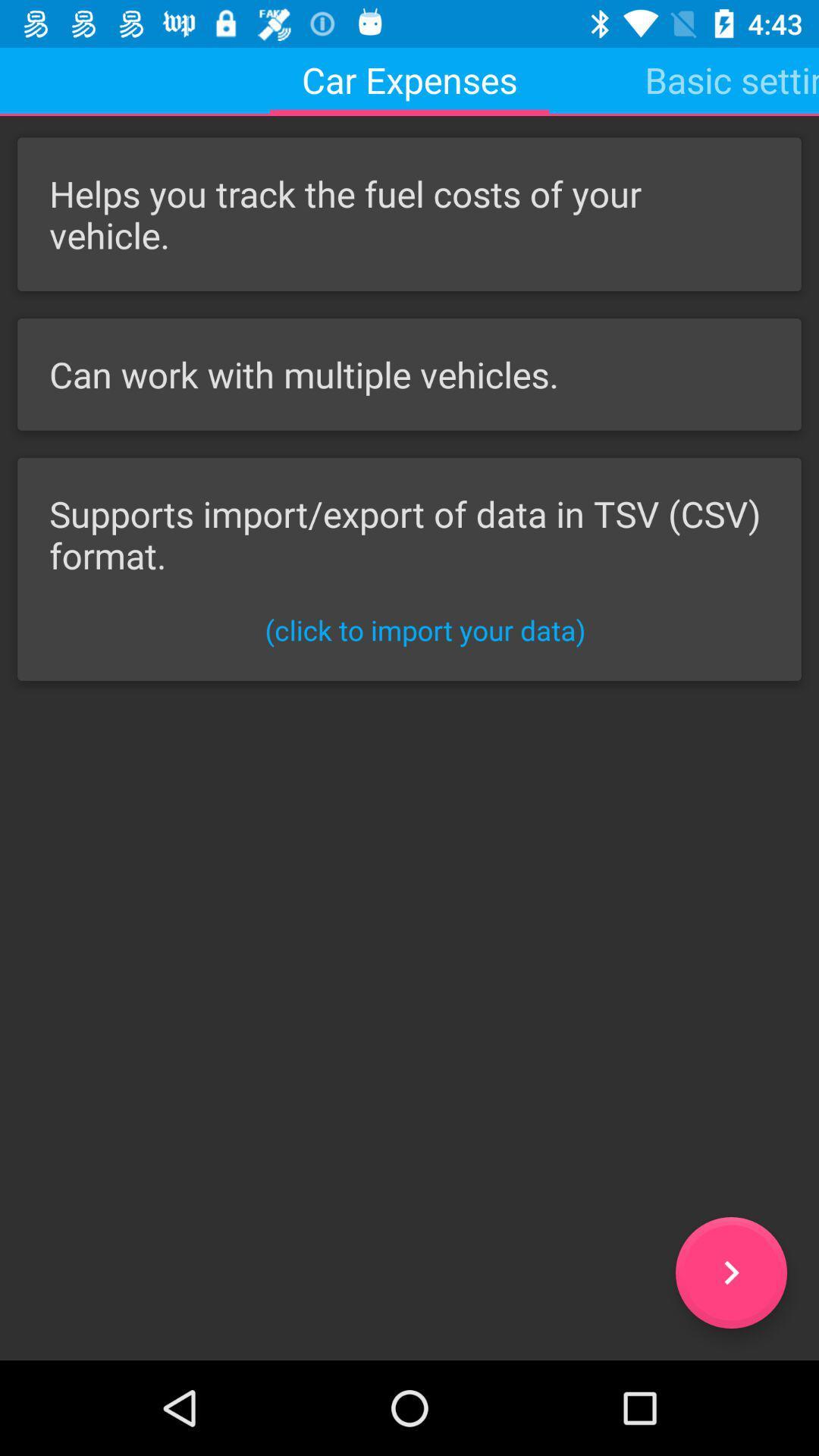 The width and height of the screenshot is (819, 1456). I want to click on icon below the supports import export, so click(425, 629).